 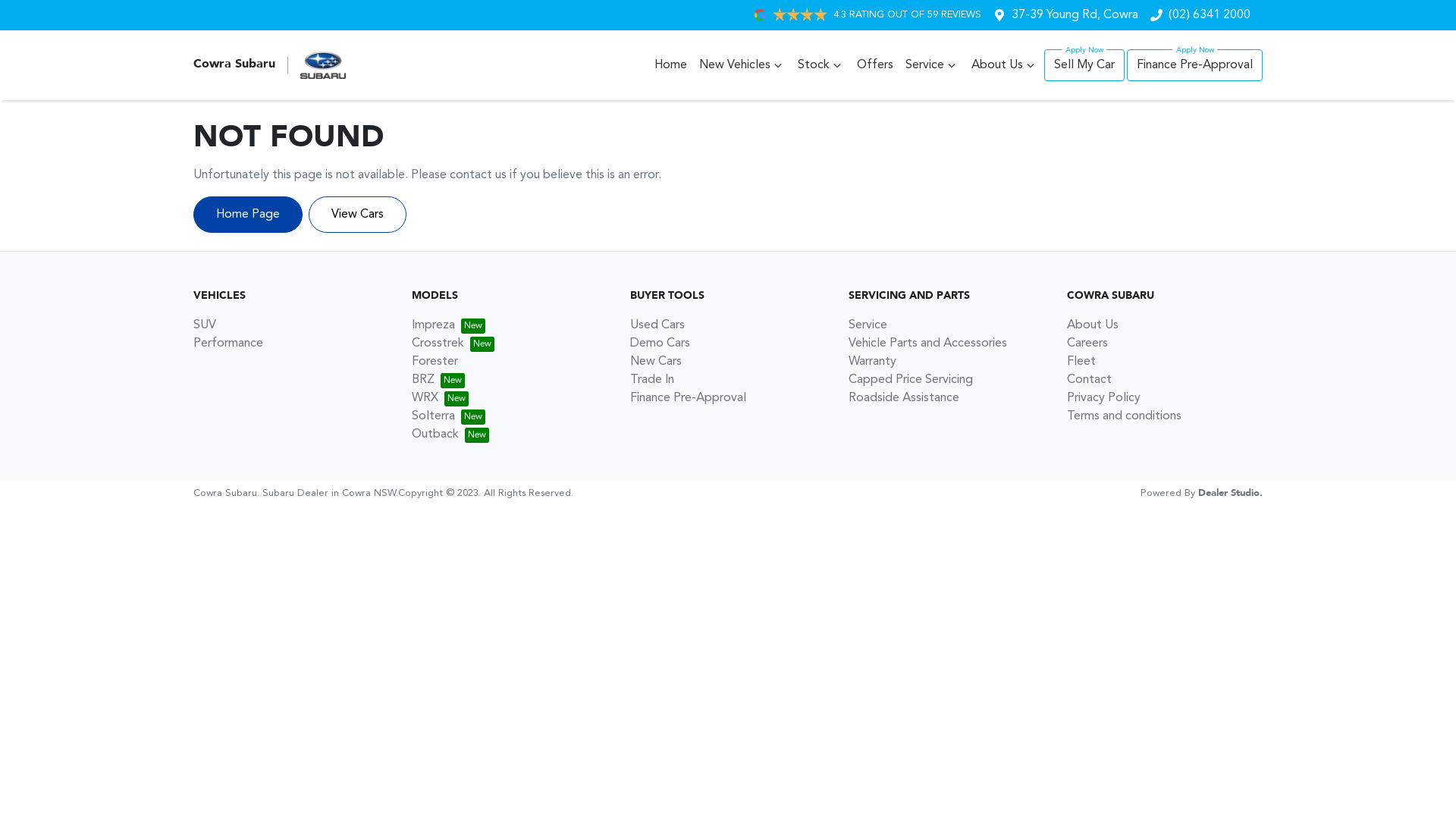 What do you see at coordinates (742, 64) in the screenshot?
I see `'New Vehicles'` at bounding box center [742, 64].